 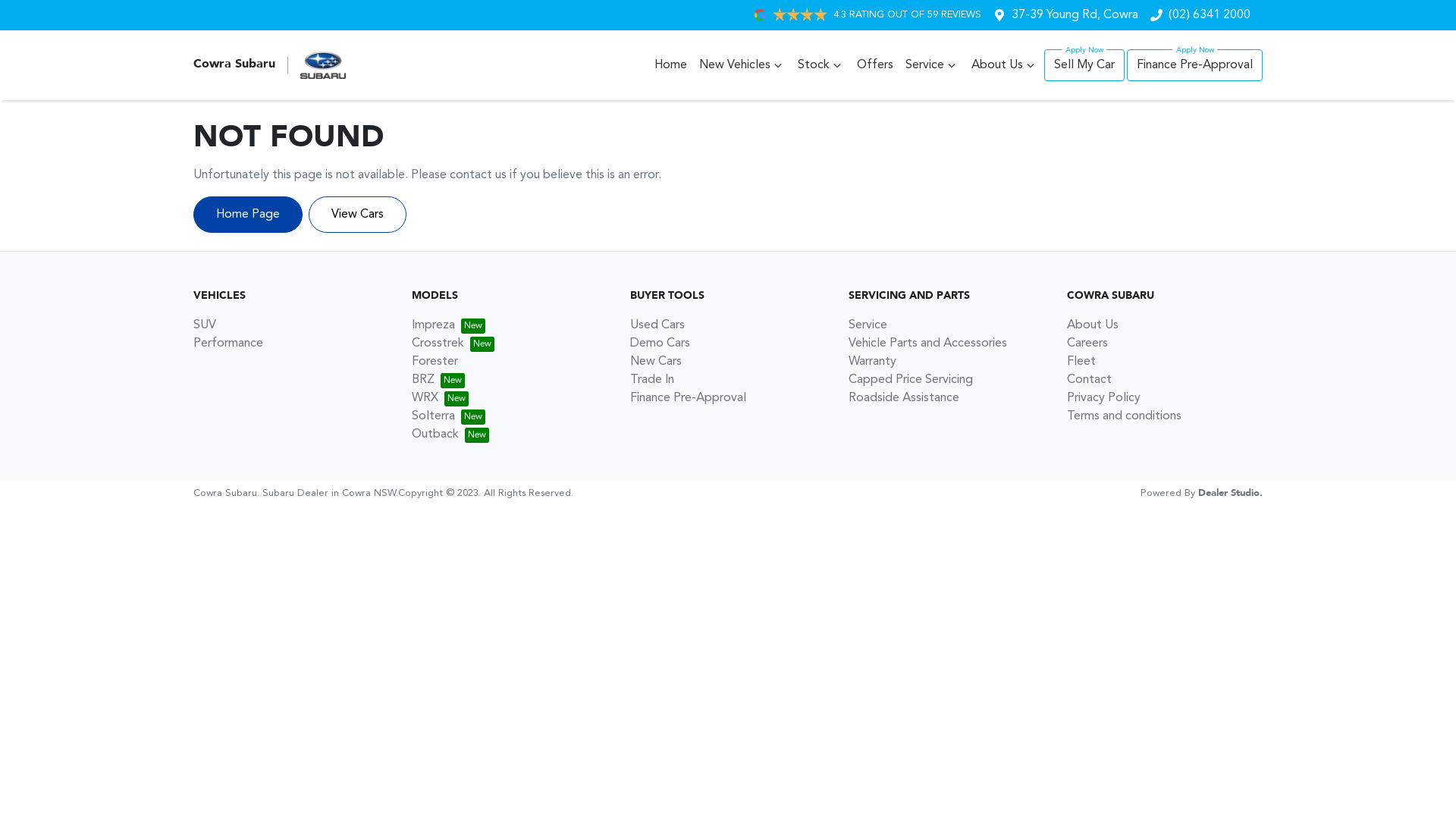 What do you see at coordinates (742, 64) in the screenshot?
I see `'New Vehicles'` at bounding box center [742, 64].